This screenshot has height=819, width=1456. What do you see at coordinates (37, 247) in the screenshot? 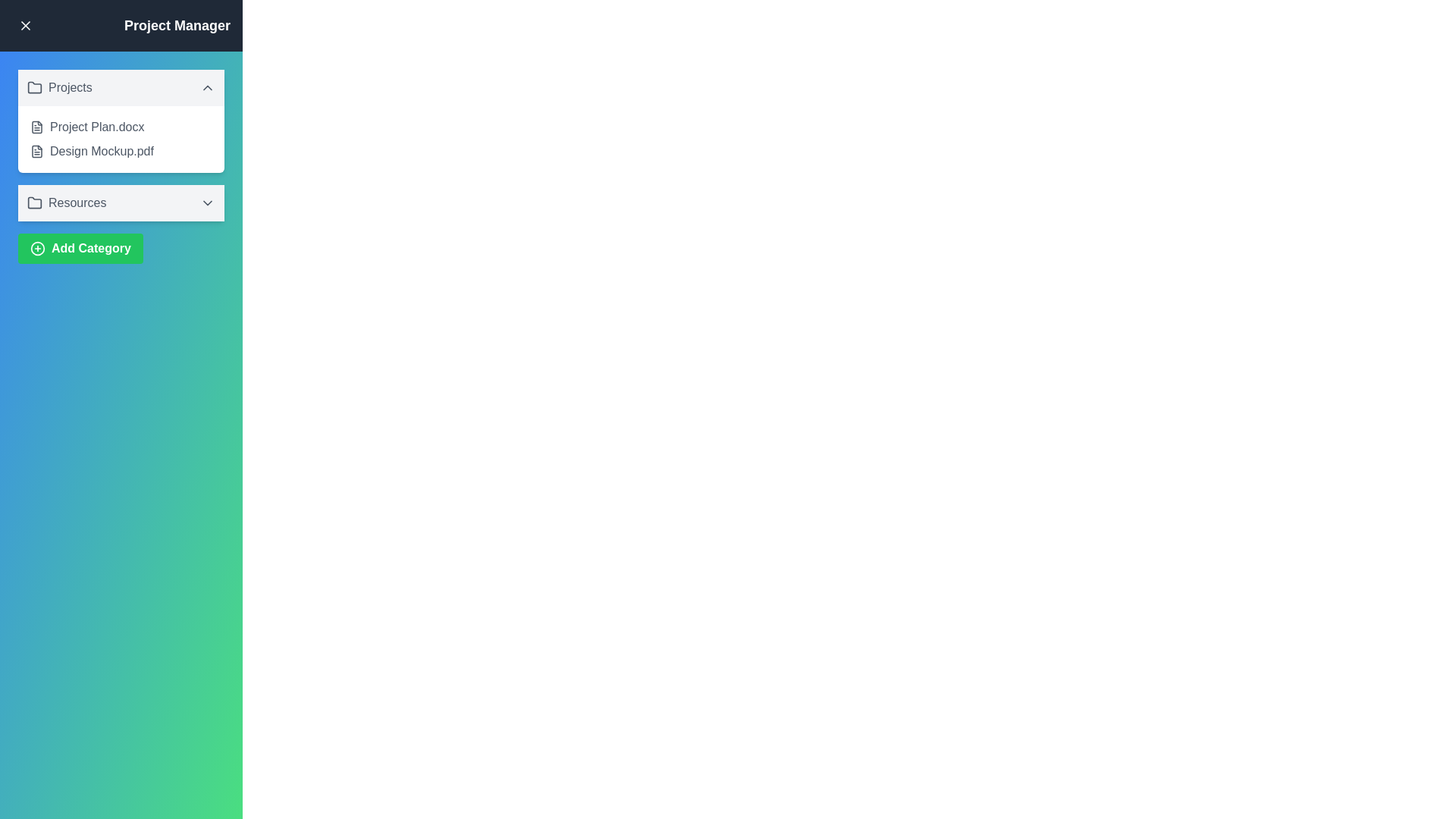
I see `the decorative vector graphic circle located at the center of the green 'Add Category' button in the lower left section of the layout` at bounding box center [37, 247].